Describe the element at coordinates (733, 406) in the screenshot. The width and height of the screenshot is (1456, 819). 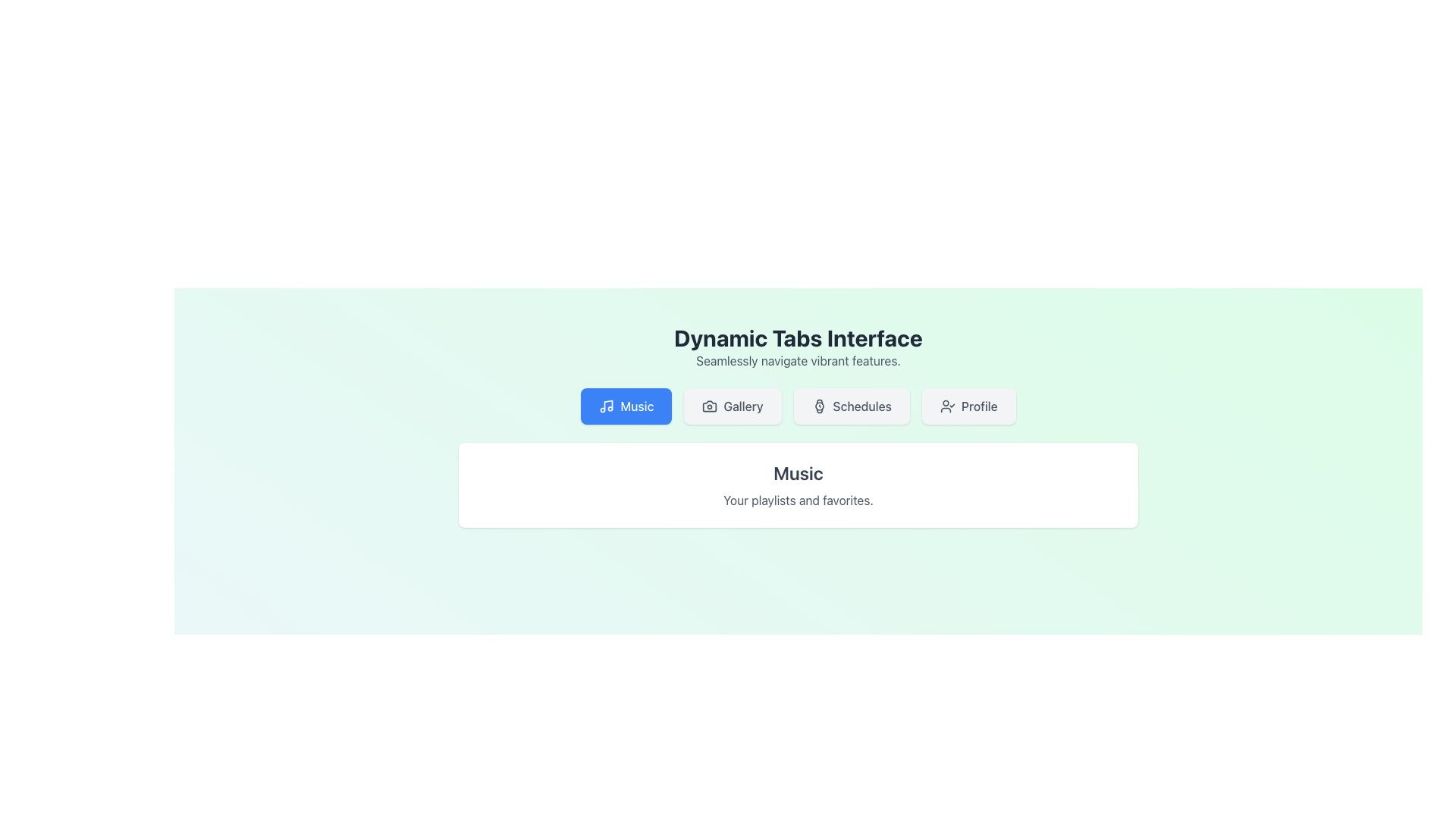
I see `the 'Gallery' button, which has a gray background, rounded corners, a camera icon on the left, and is positioned between the 'Music' and 'Schedules' buttons` at that location.